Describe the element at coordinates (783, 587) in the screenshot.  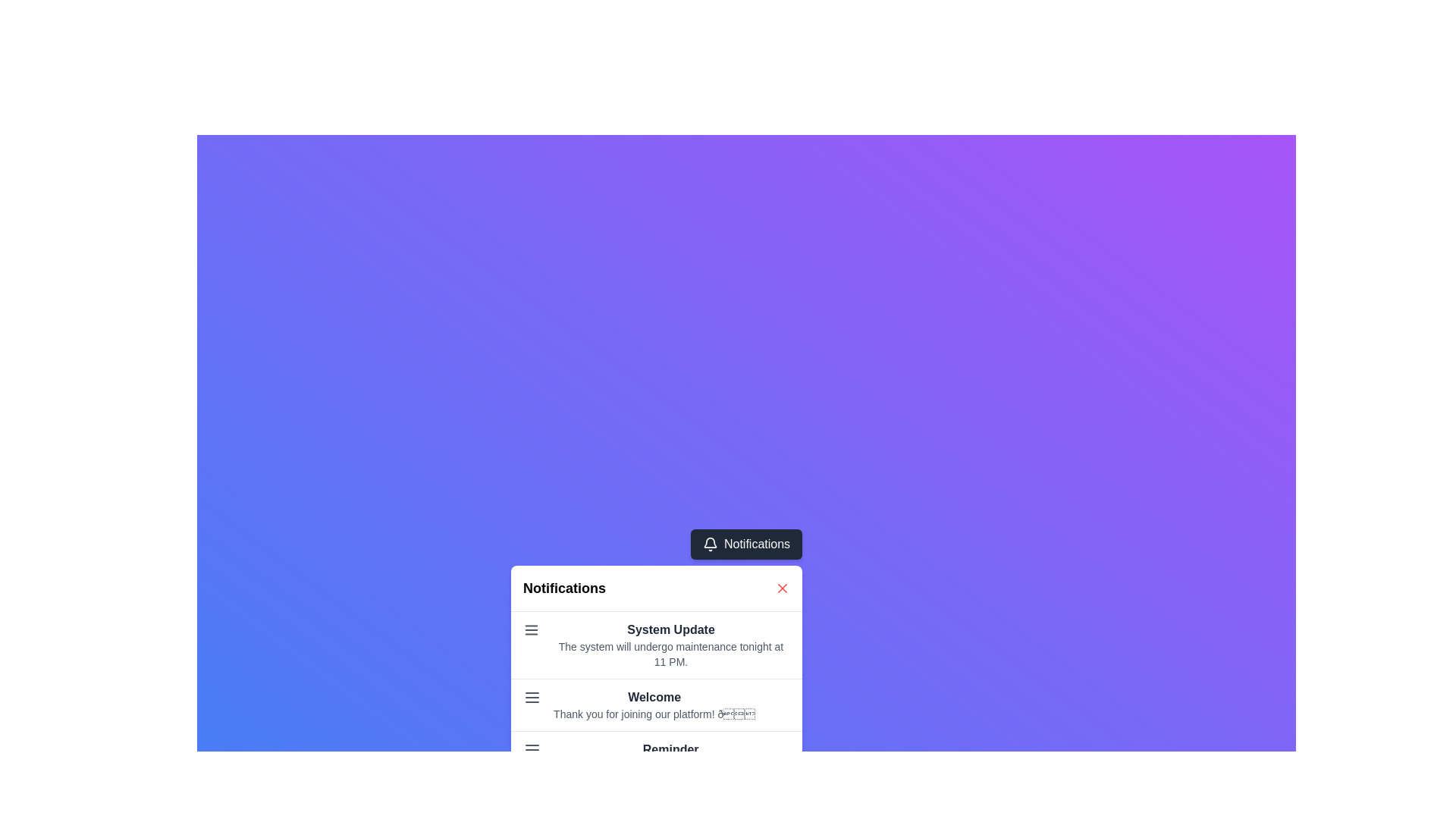
I see `the close button located in the upper-right corner of the notifications drop-down panel to potentially see a tooltip or visual emphasis` at that location.